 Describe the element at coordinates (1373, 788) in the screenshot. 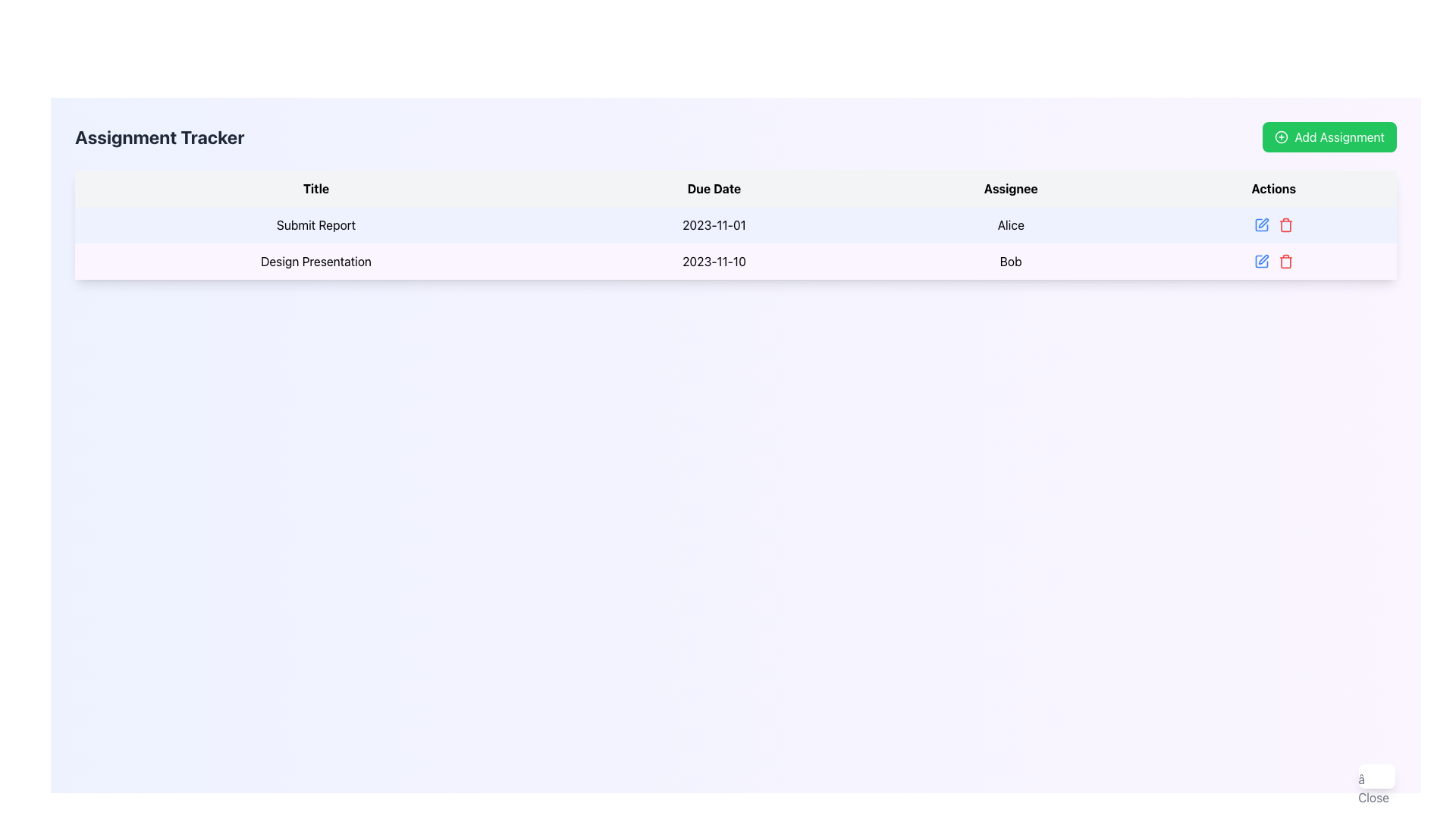

I see `the 'Close' button located at the bottom-right corner of the notification box` at that location.